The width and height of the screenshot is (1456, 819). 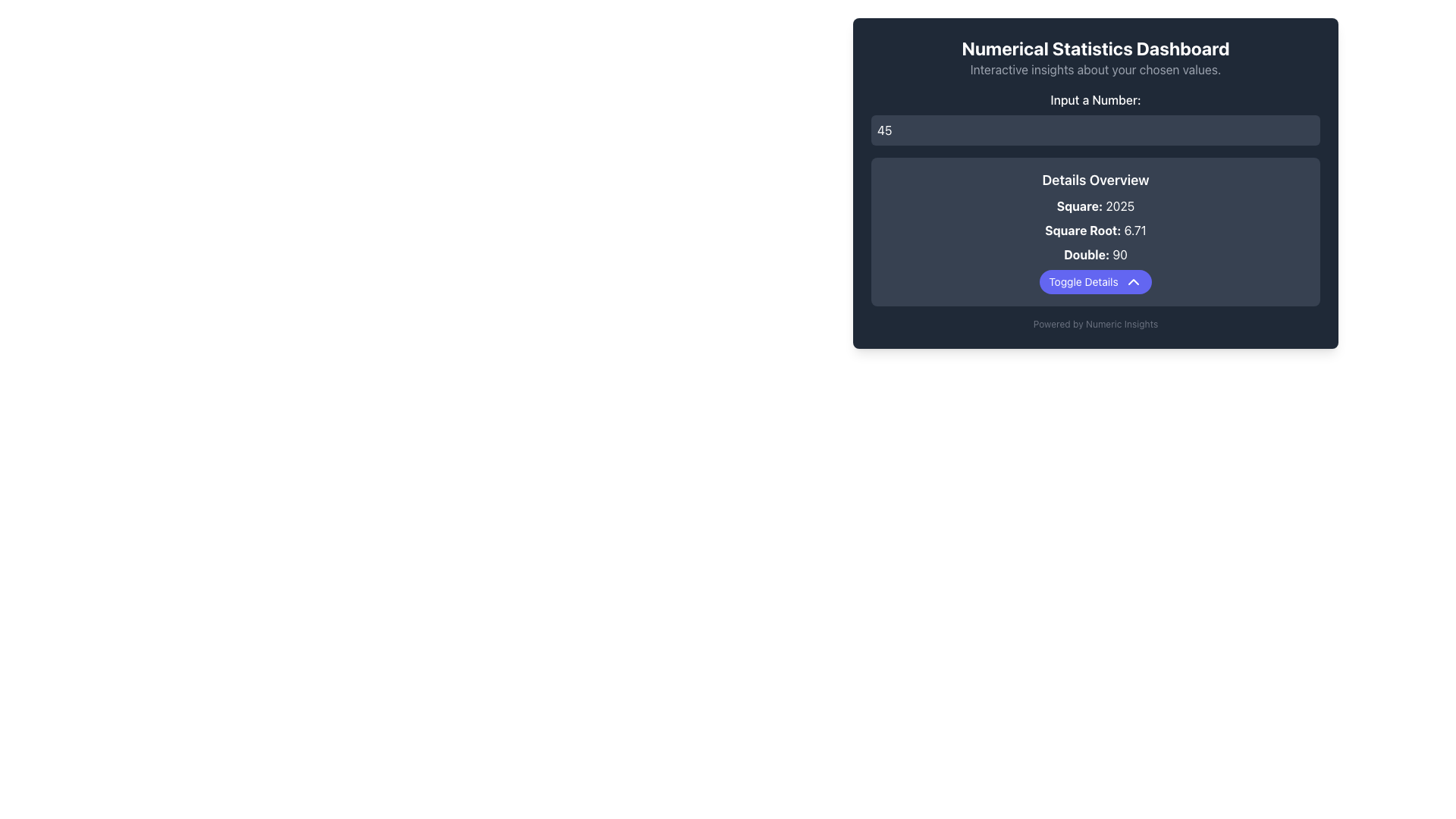 I want to click on the chevron arrow icon located on the right side of the 'Toggle Details' button, so click(x=1133, y=281).